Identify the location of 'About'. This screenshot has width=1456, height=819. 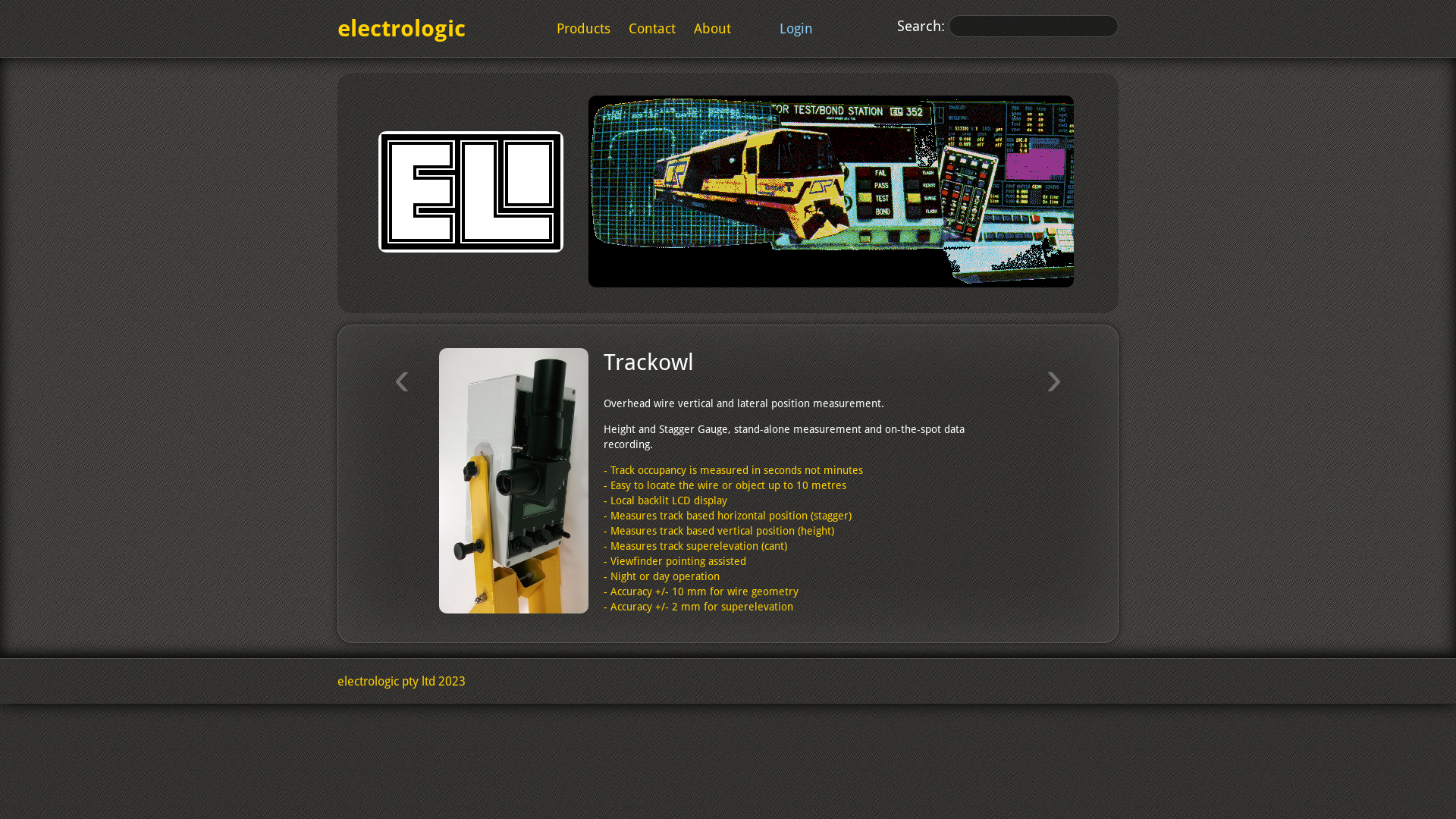
(711, 28).